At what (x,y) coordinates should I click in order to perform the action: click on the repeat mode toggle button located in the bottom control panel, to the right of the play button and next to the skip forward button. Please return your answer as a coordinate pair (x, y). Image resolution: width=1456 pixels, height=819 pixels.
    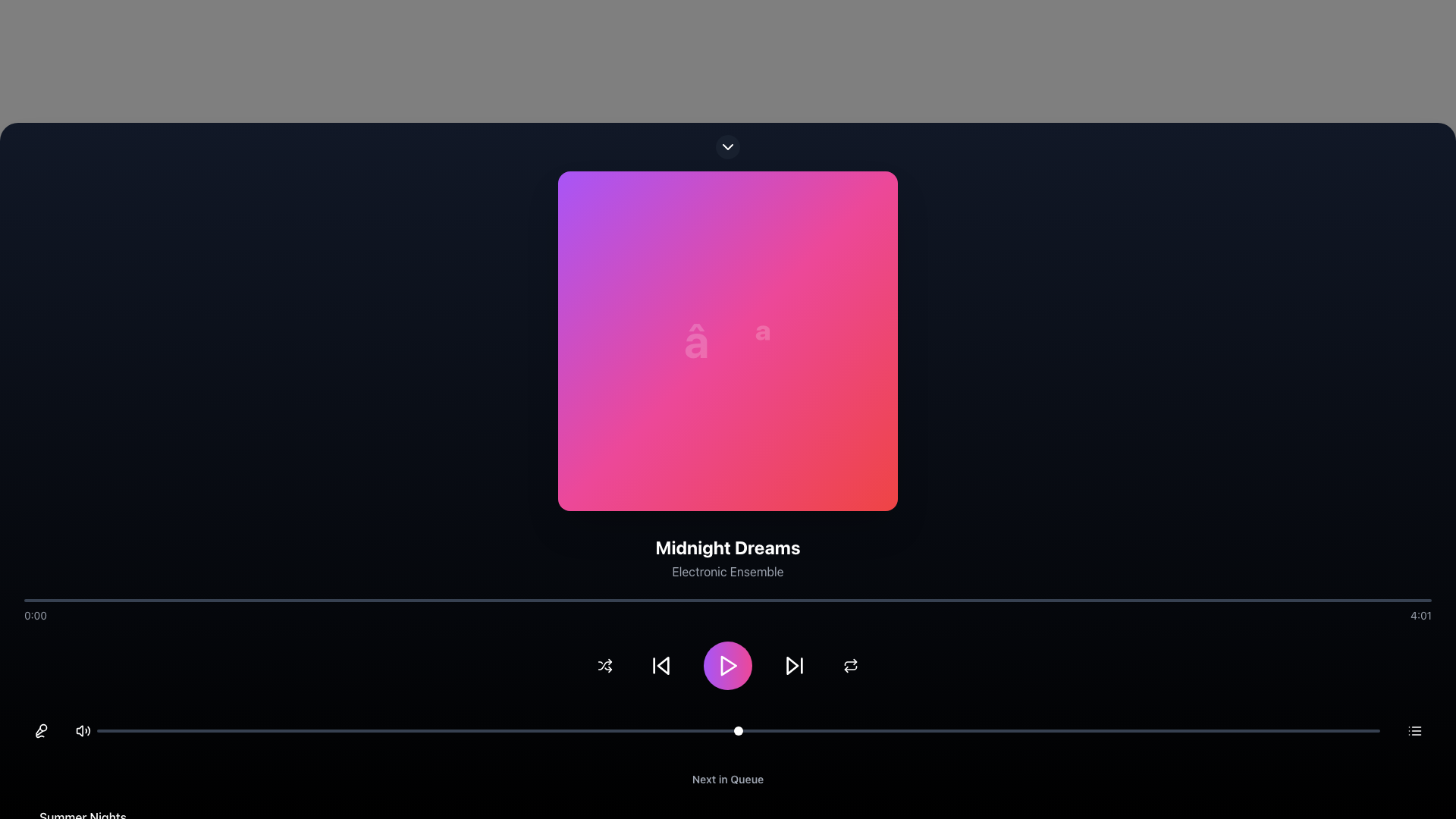
    Looking at the image, I should click on (851, 665).